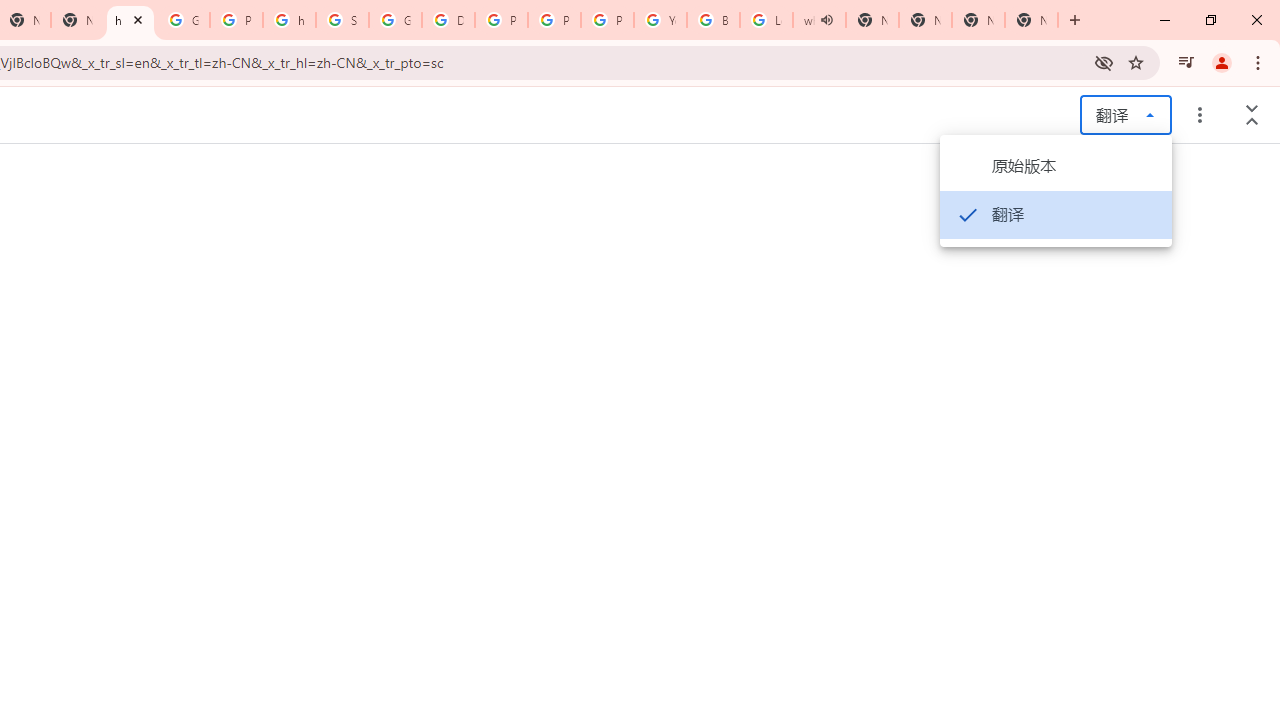 This screenshot has height=720, width=1280. I want to click on 'https://scholar.google.com/', so click(288, 20).